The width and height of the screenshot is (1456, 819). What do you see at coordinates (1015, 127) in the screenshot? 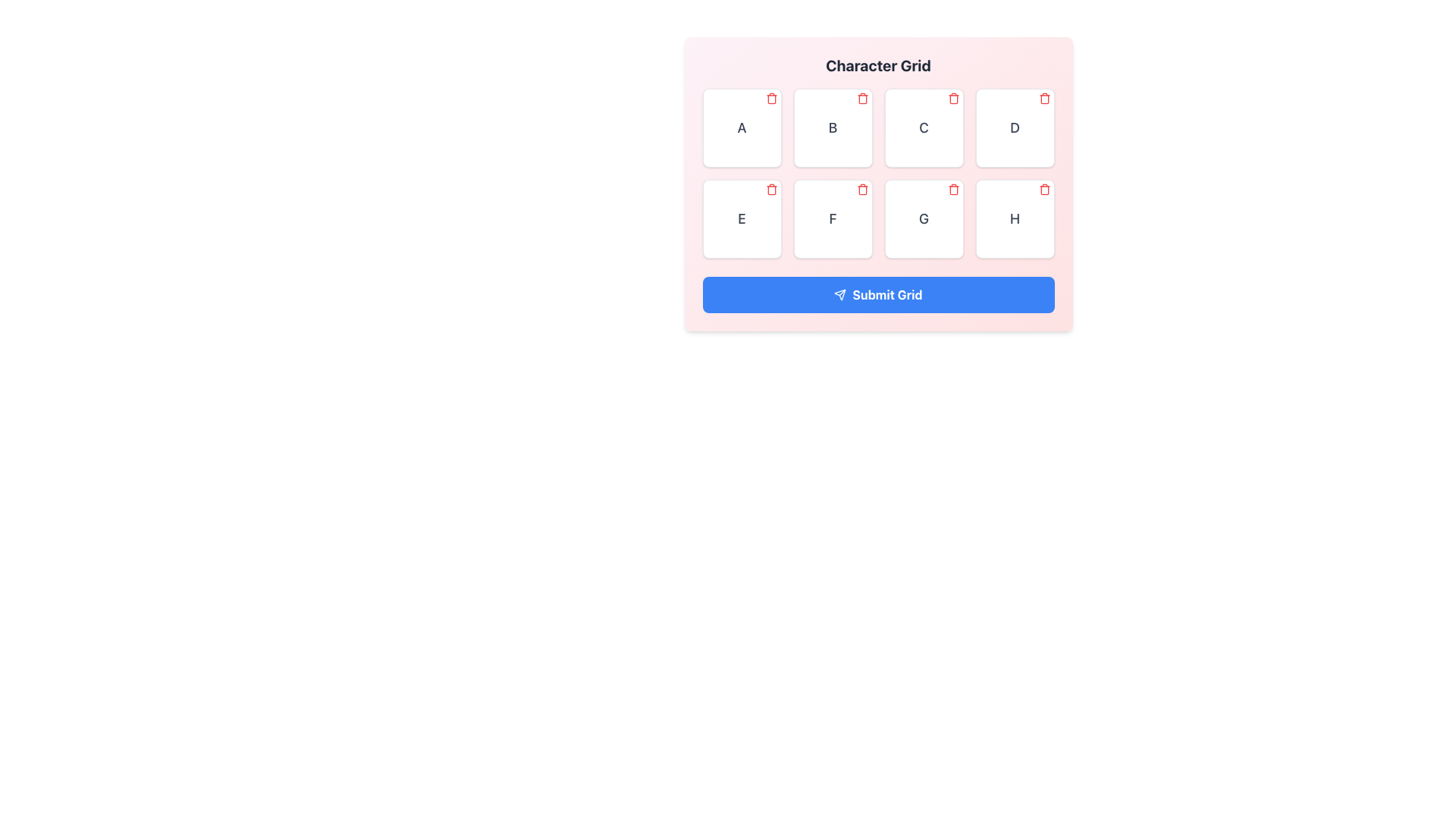
I see `the square-shaped button with a white background and a centered uppercase 'D' in bold, medium gray text` at bounding box center [1015, 127].